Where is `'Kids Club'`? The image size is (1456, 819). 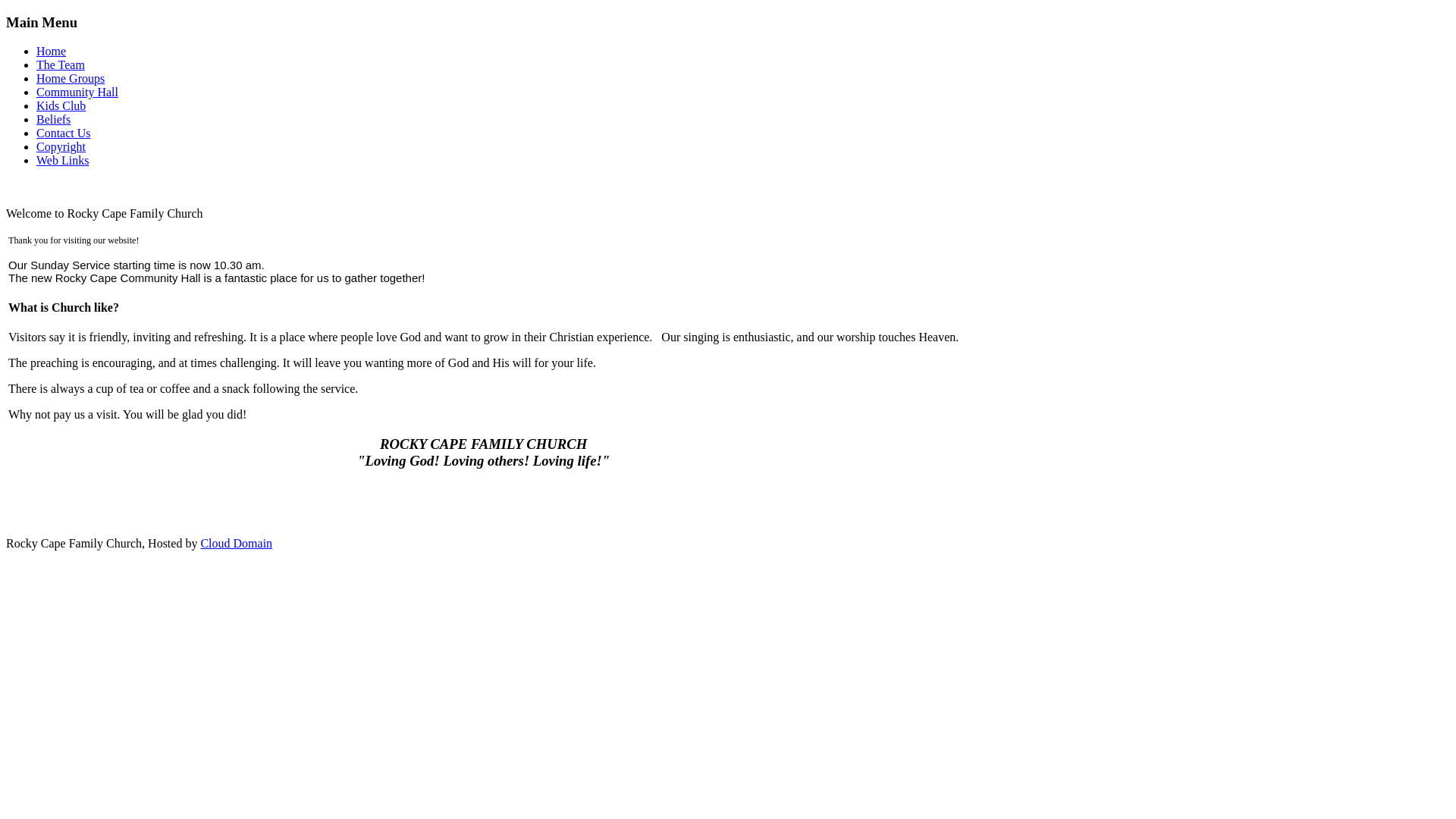 'Kids Club' is located at coordinates (61, 105).